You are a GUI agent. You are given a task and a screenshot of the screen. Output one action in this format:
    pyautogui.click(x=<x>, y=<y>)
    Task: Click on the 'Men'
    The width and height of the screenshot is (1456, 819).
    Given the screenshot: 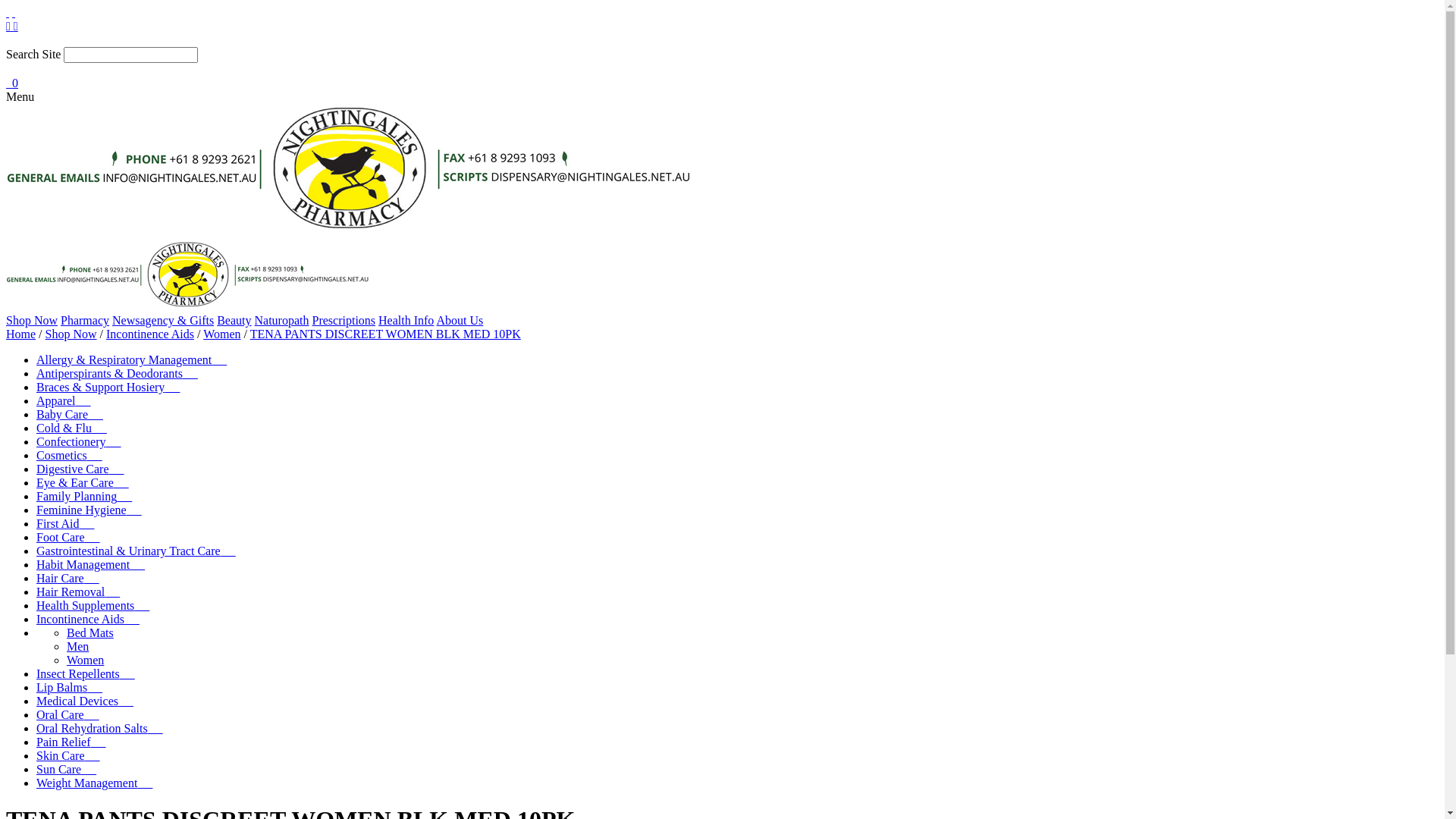 What is the action you would take?
    pyautogui.click(x=65, y=646)
    